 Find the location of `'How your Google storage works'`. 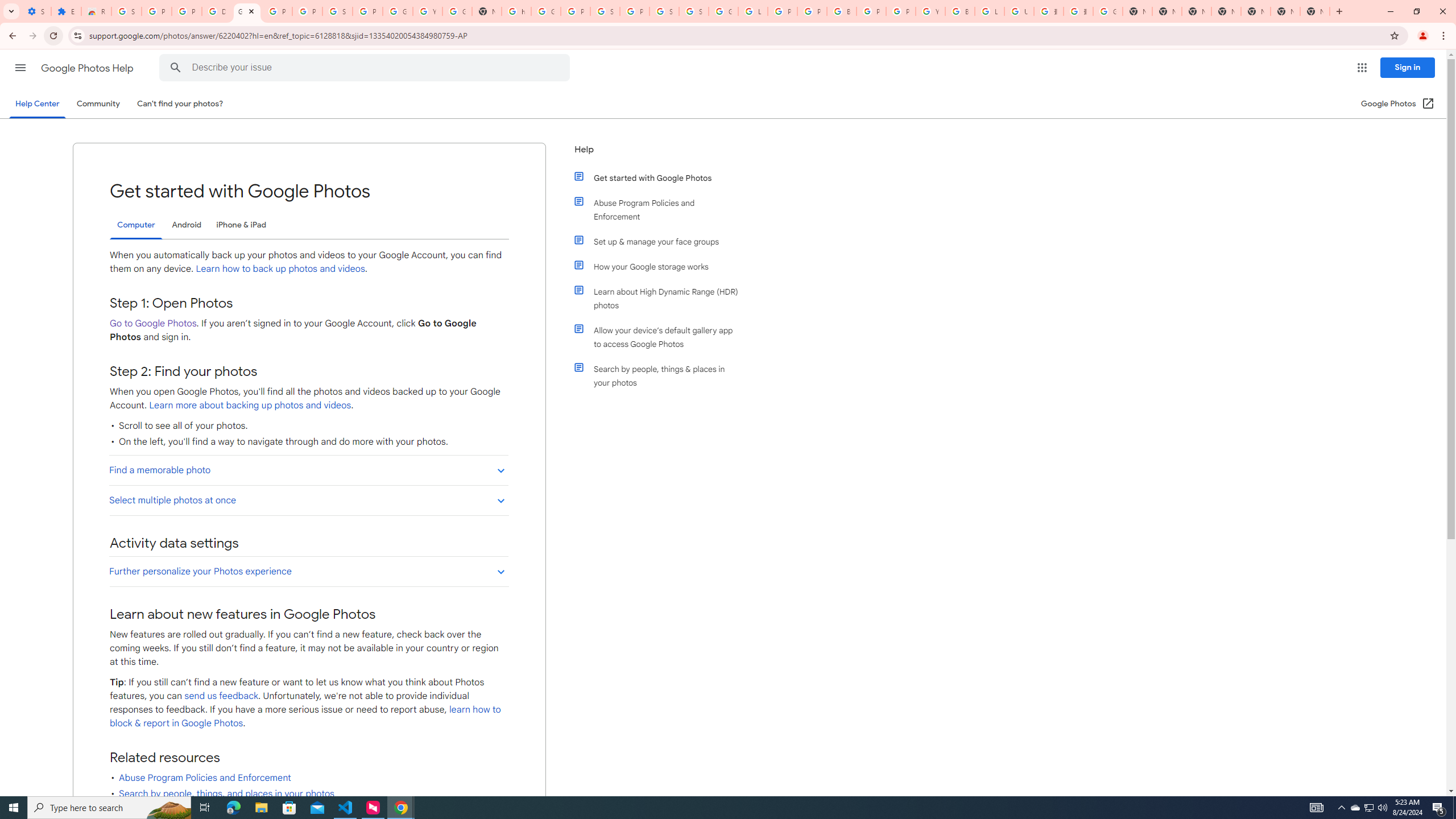

'How your Google storage works' is located at coordinates (661, 266).